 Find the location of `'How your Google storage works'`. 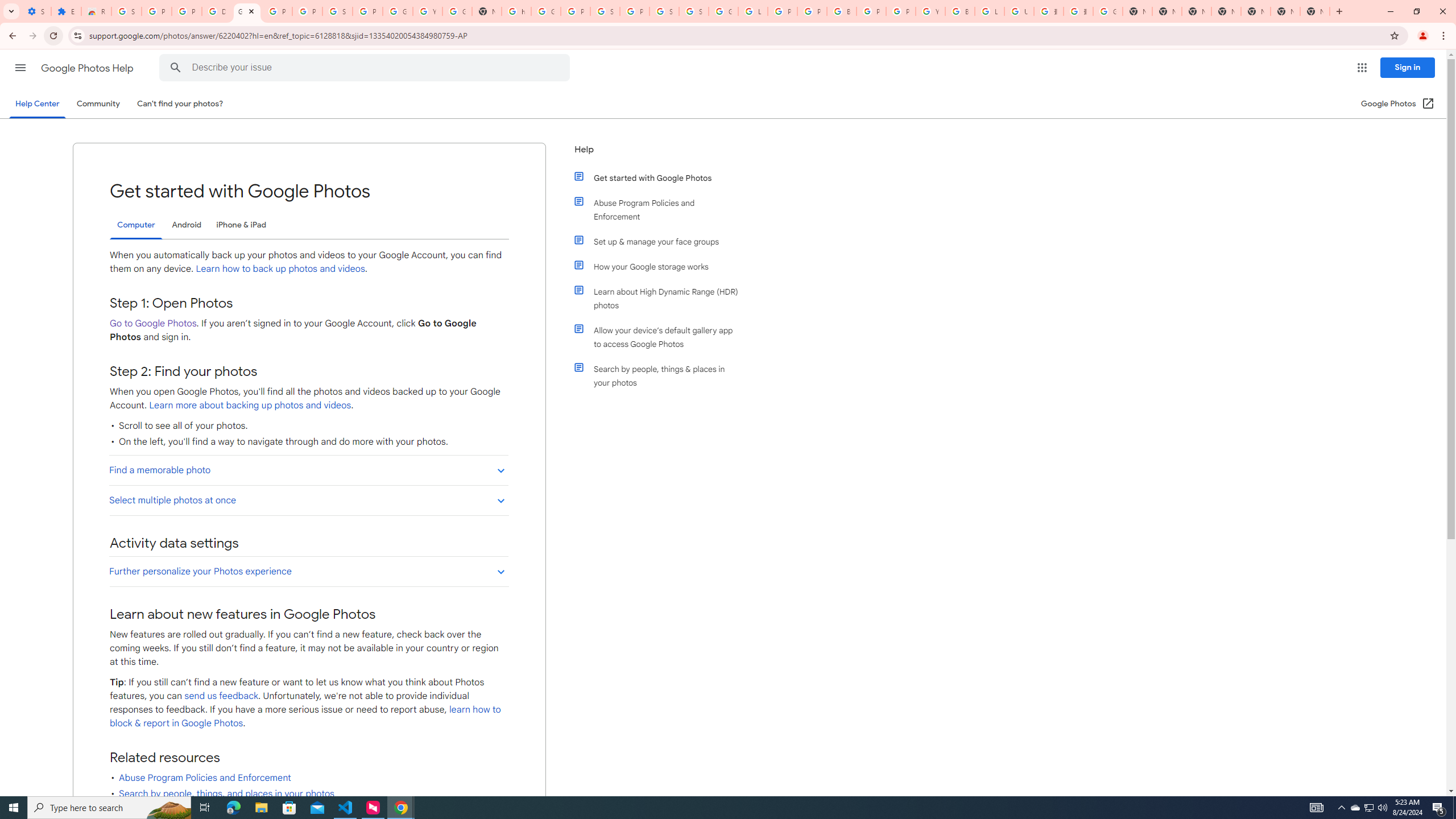

'How your Google storage works' is located at coordinates (661, 266).